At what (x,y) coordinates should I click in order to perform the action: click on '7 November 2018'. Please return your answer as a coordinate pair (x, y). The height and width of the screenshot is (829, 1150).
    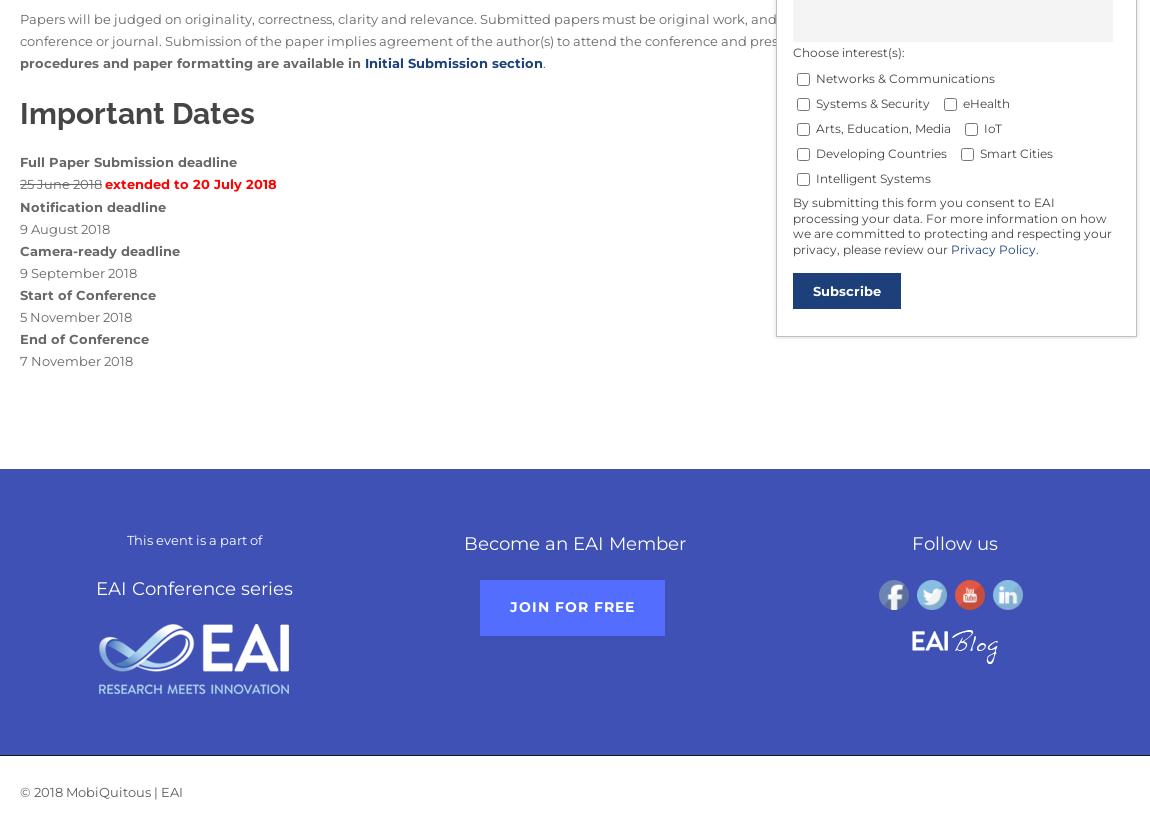
    Looking at the image, I should click on (75, 360).